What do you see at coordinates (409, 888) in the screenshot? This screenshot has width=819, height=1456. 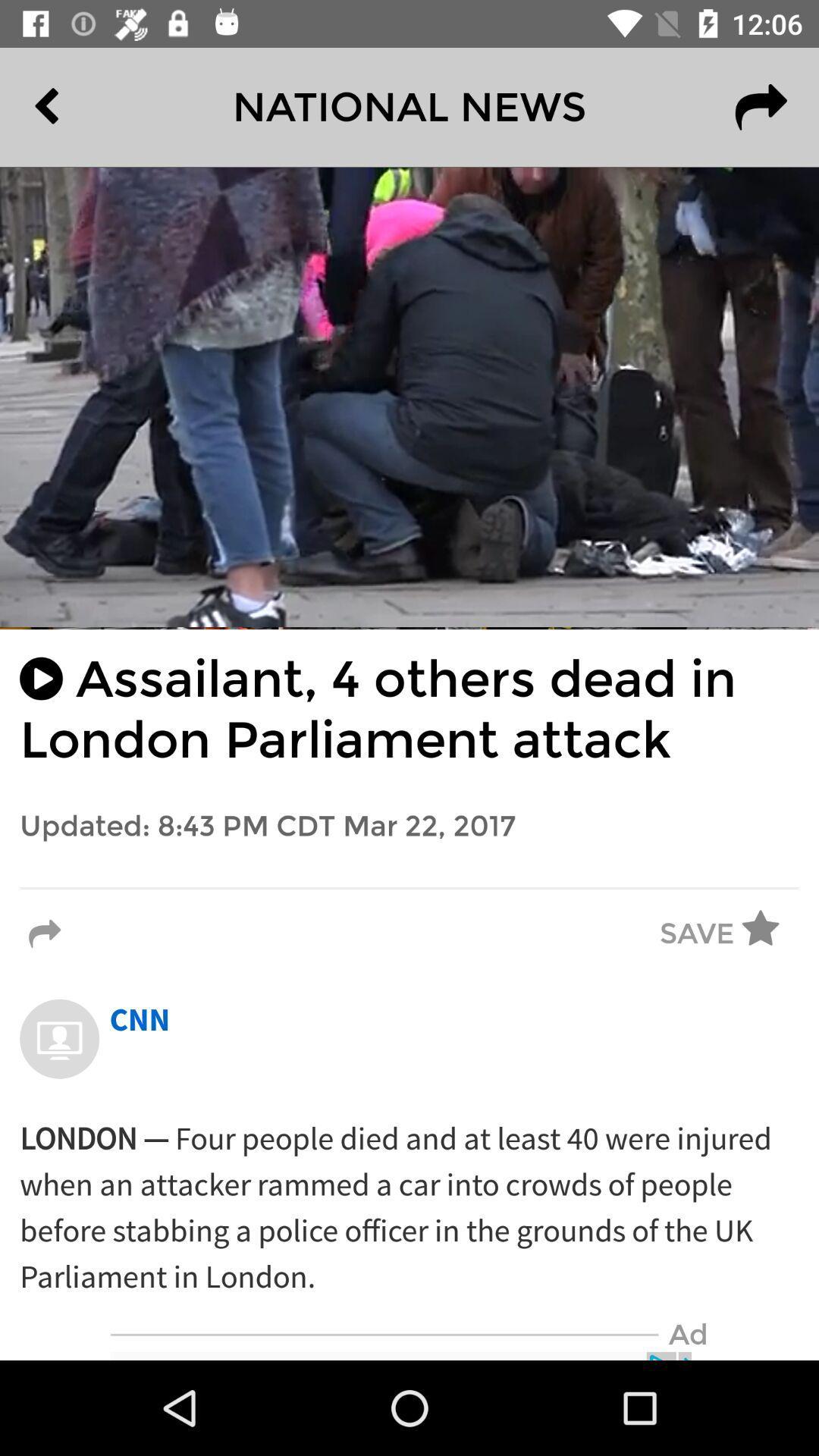 I see `the icon below the updated 8 43 item` at bounding box center [409, 888].